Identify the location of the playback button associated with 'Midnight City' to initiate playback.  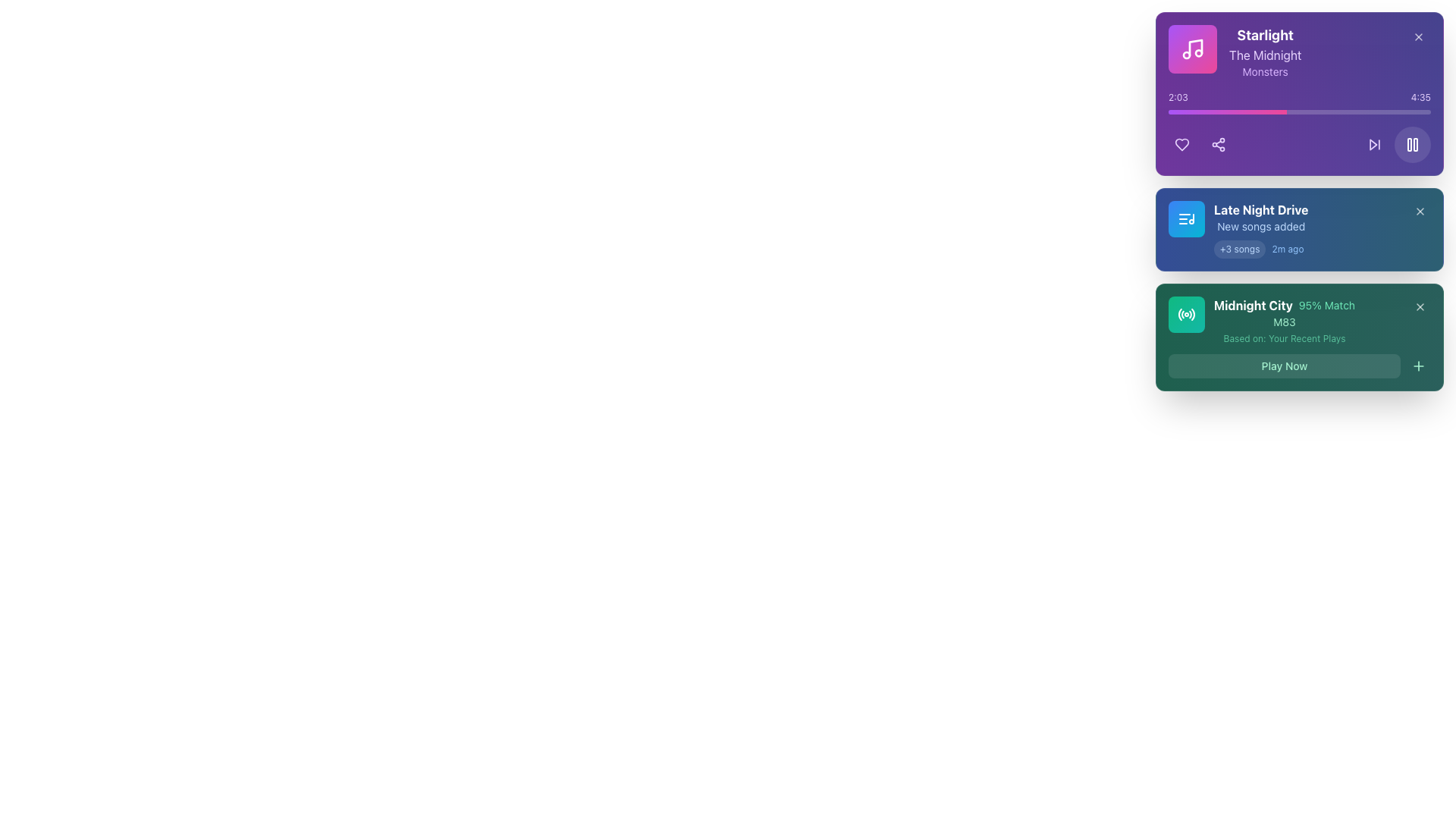
(1284, 366).